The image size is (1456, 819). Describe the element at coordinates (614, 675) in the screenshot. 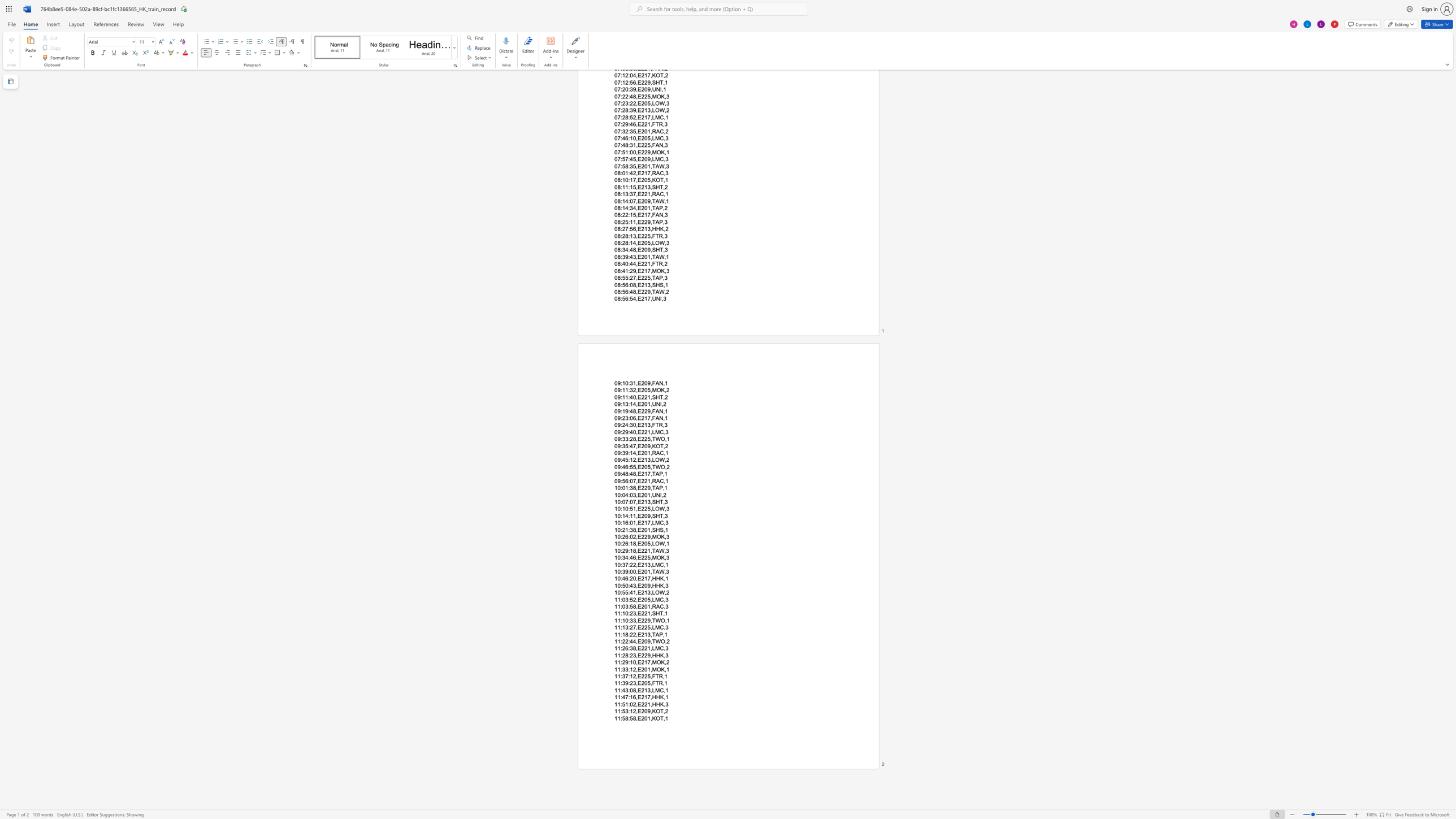

I see `the subset text "11:37:" within the text "11:37:12,E225,FTR,1"` at that location.